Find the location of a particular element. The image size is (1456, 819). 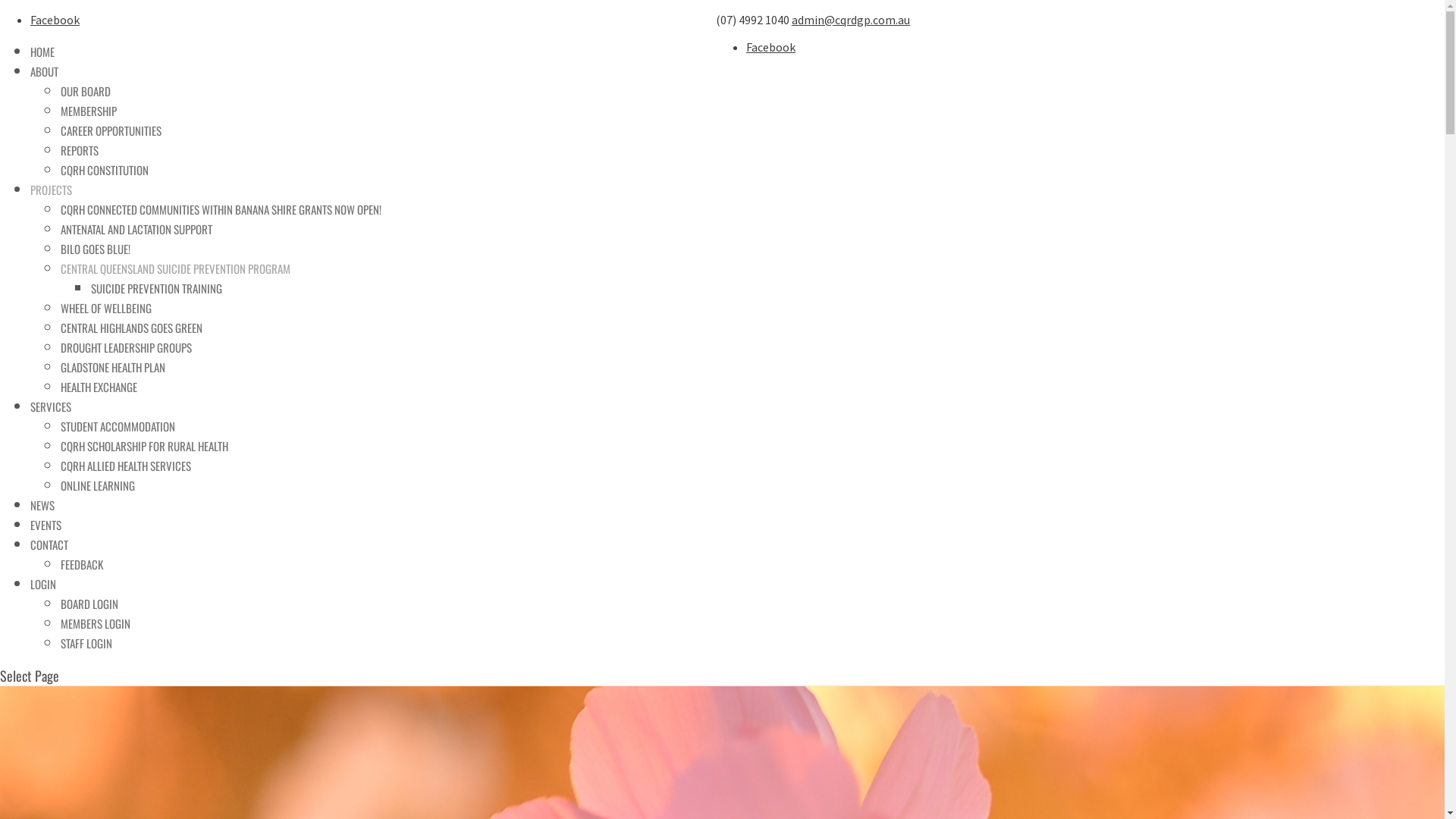

'OUR BOARD' is located at coordinates (85, 90).